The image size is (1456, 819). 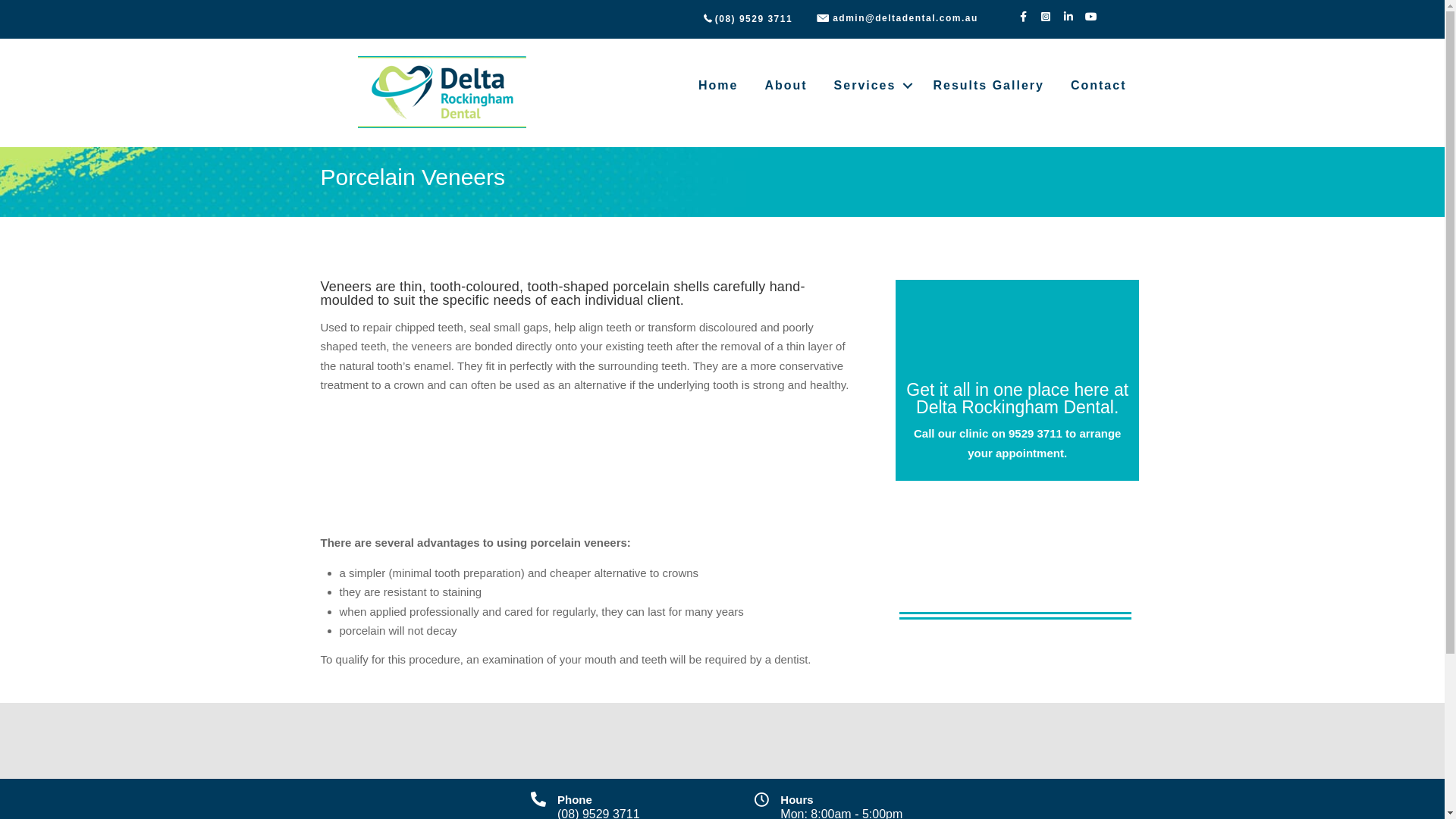 What do you see at coordinates (821, 85) in the screenshot?
I see `'Services'` at bounding box center [821, 85].